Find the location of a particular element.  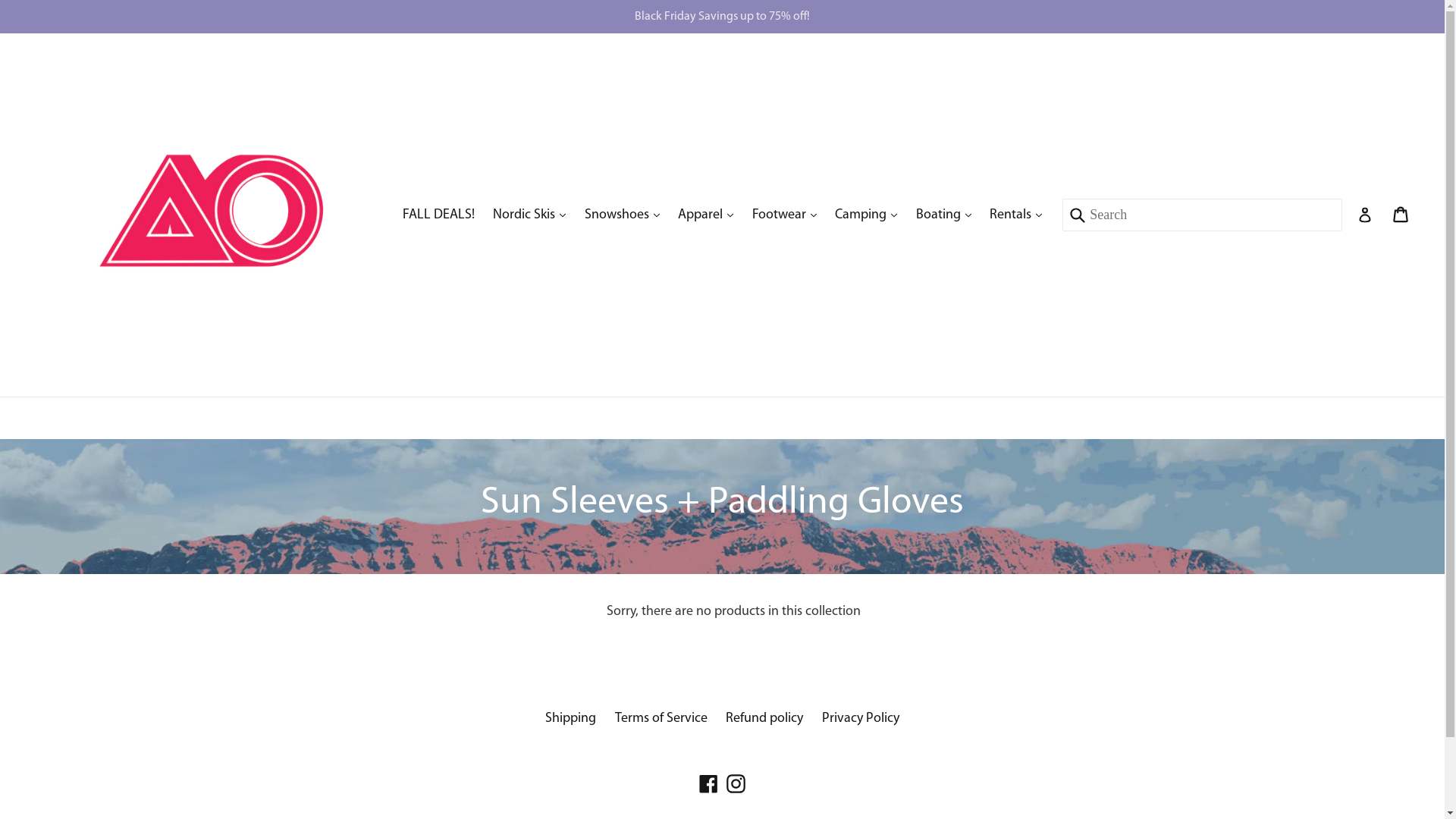

'Facebook' is located at coordinates (695, 783).